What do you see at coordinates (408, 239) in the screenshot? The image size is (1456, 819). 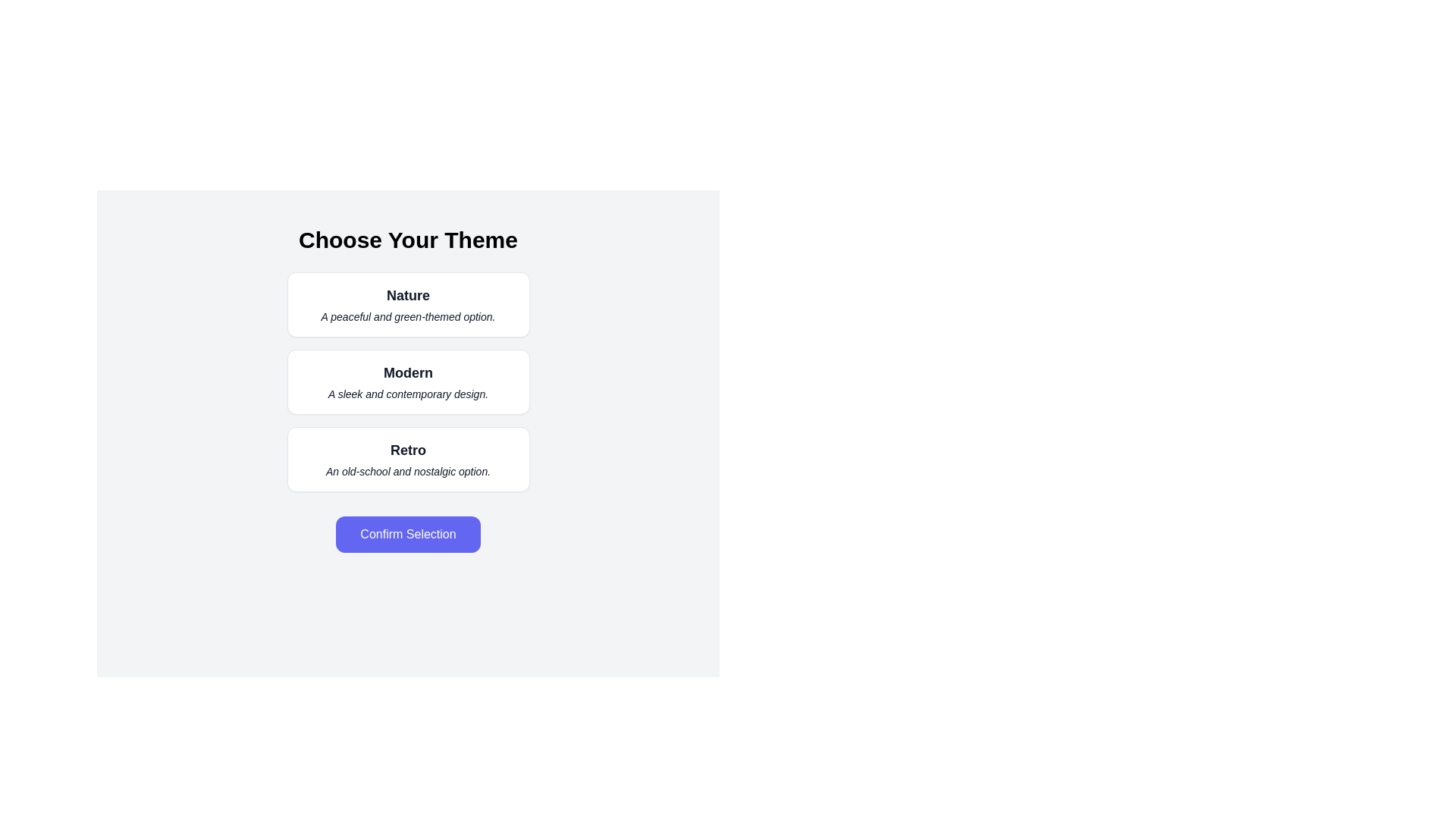 I see `text header displaying 'Choose Your Theme', which is prominently styled in bold and large font, located at the top center of the interface` at bounding box center [408, 239].